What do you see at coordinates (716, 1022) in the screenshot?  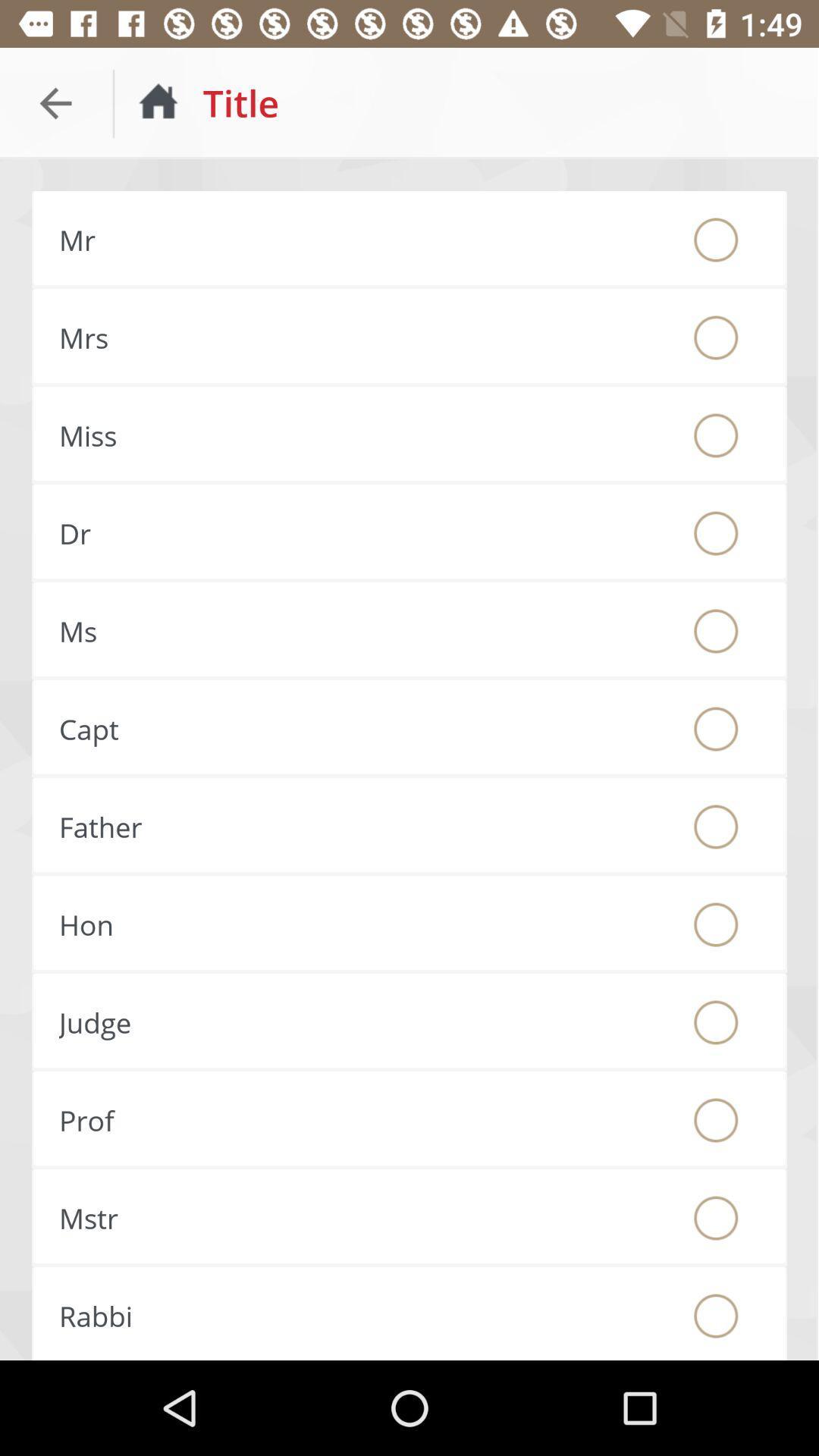 I see `this will fill in the radio button` at bounding box center [716, 1022].